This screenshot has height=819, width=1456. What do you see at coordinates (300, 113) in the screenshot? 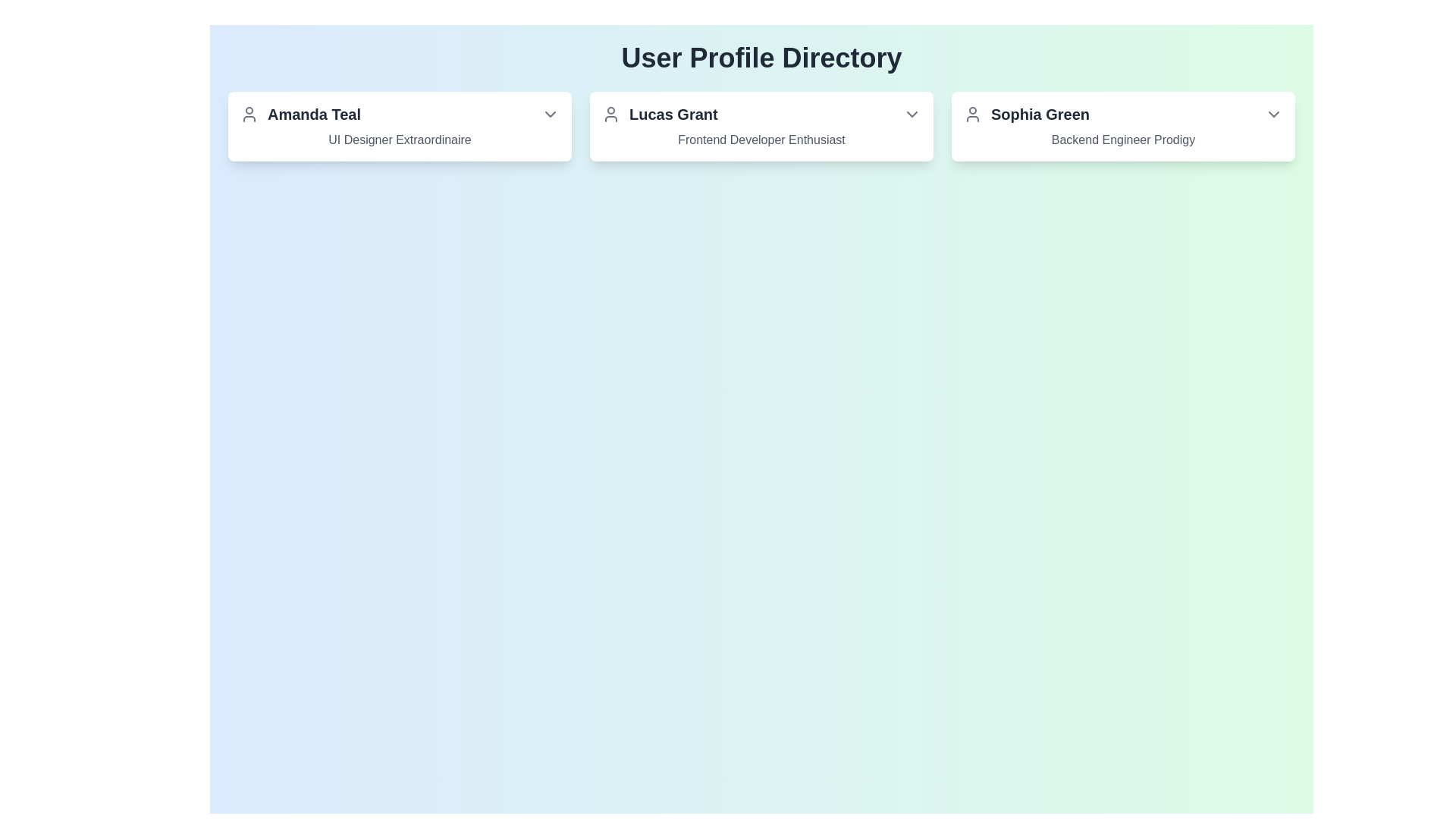
I see `text label indicating the name 'Amanda Teal' located at the top-left corner of the user profile card` at bounding box center [300, 113].